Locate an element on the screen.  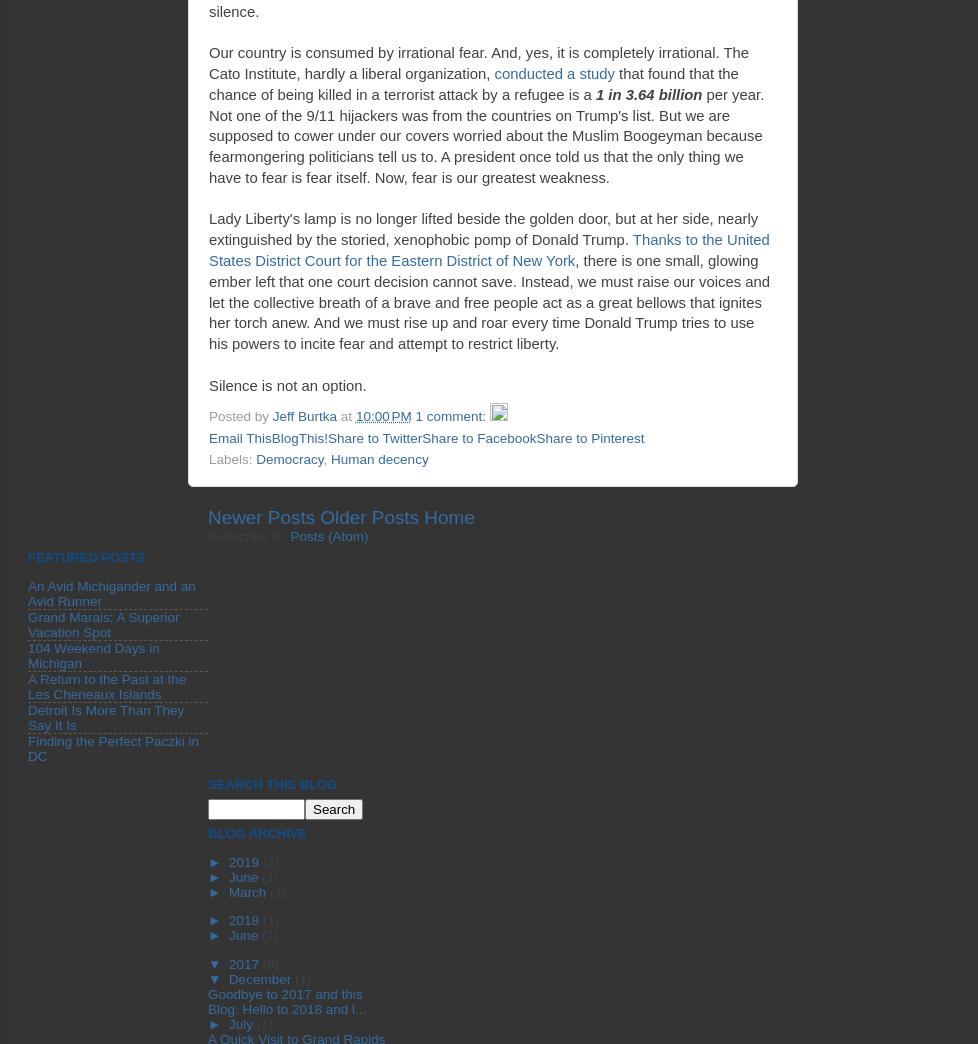
'104 Weekend Days in Michigan' is located at coordinates (93, 654).